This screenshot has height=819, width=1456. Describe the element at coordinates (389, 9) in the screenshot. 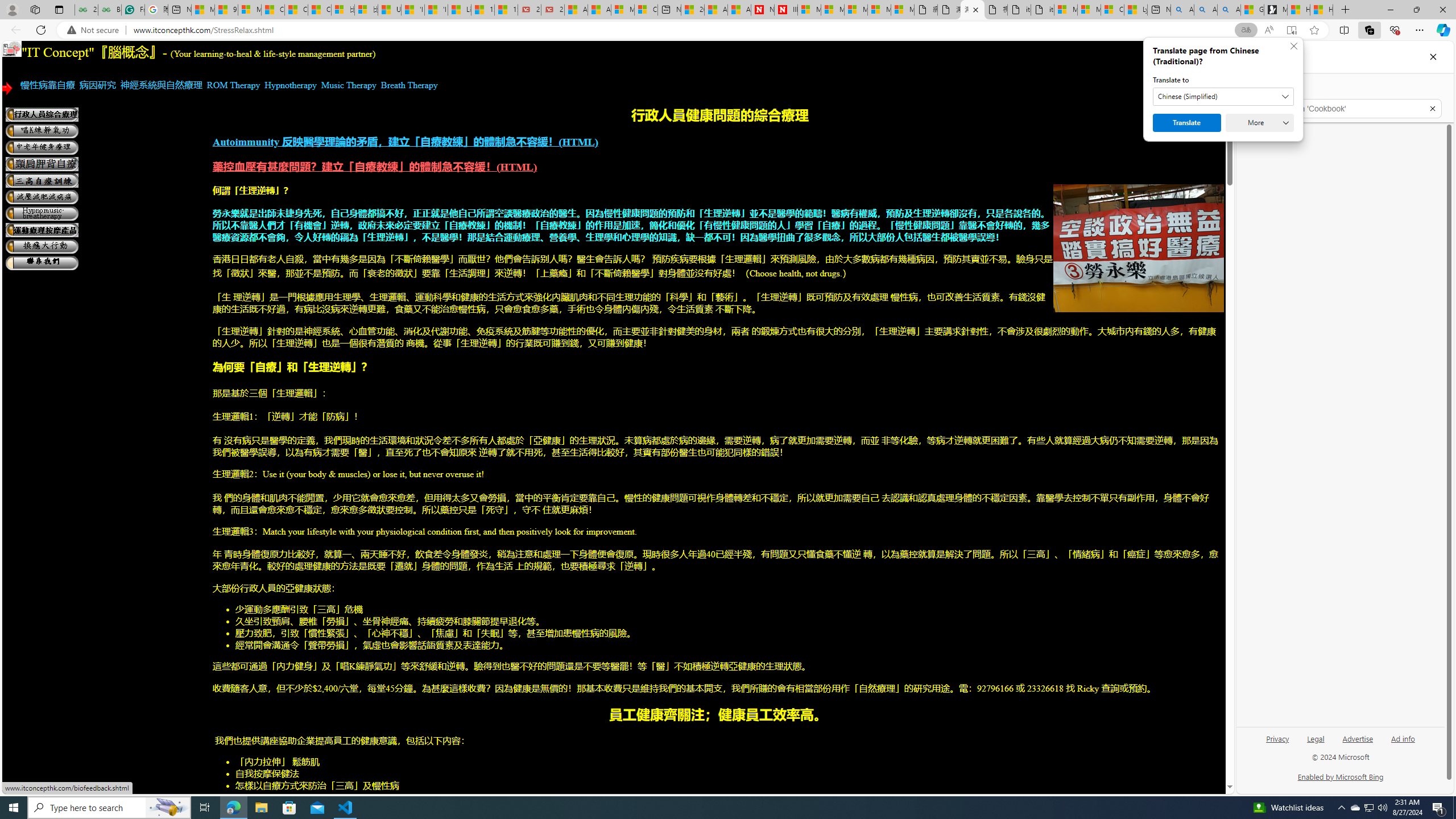

I see `'USA TODAY - MSN'` at that location.